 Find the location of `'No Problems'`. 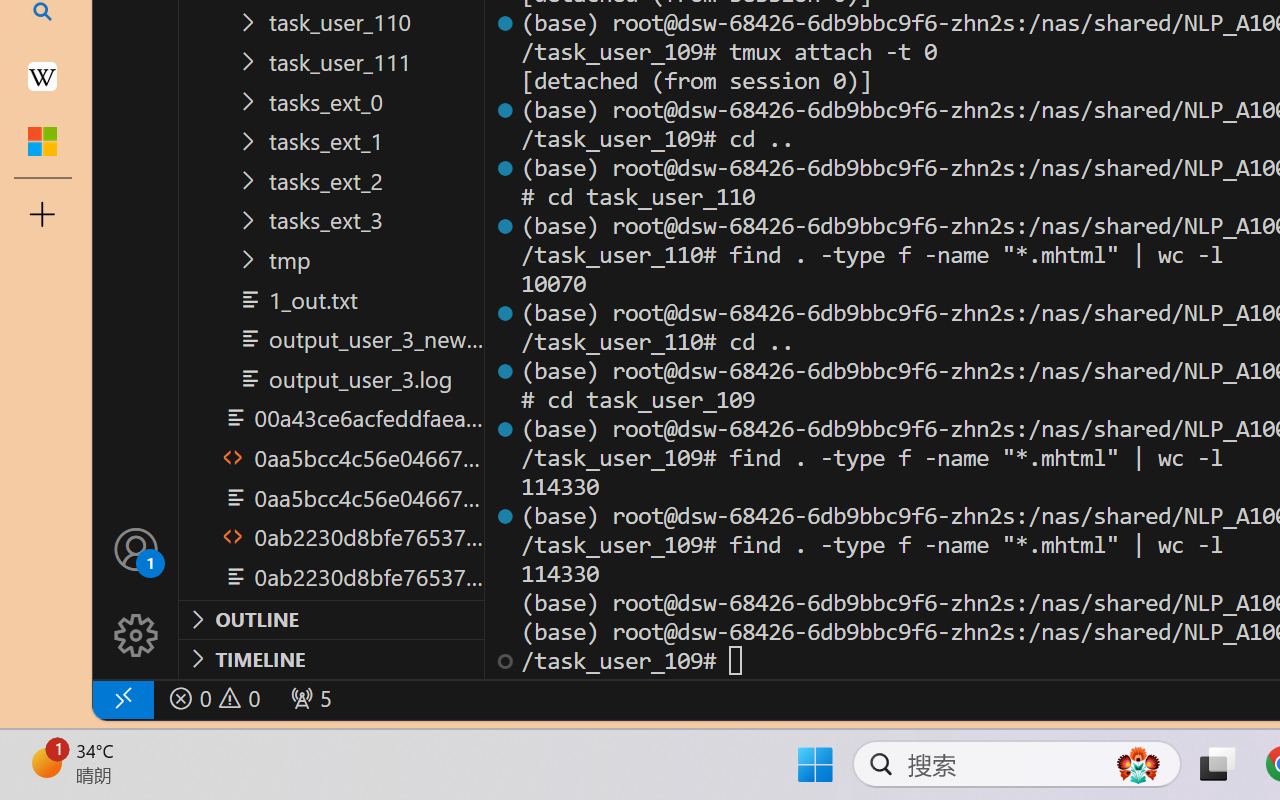

'No Problems' is located at coordinates (213, 698).